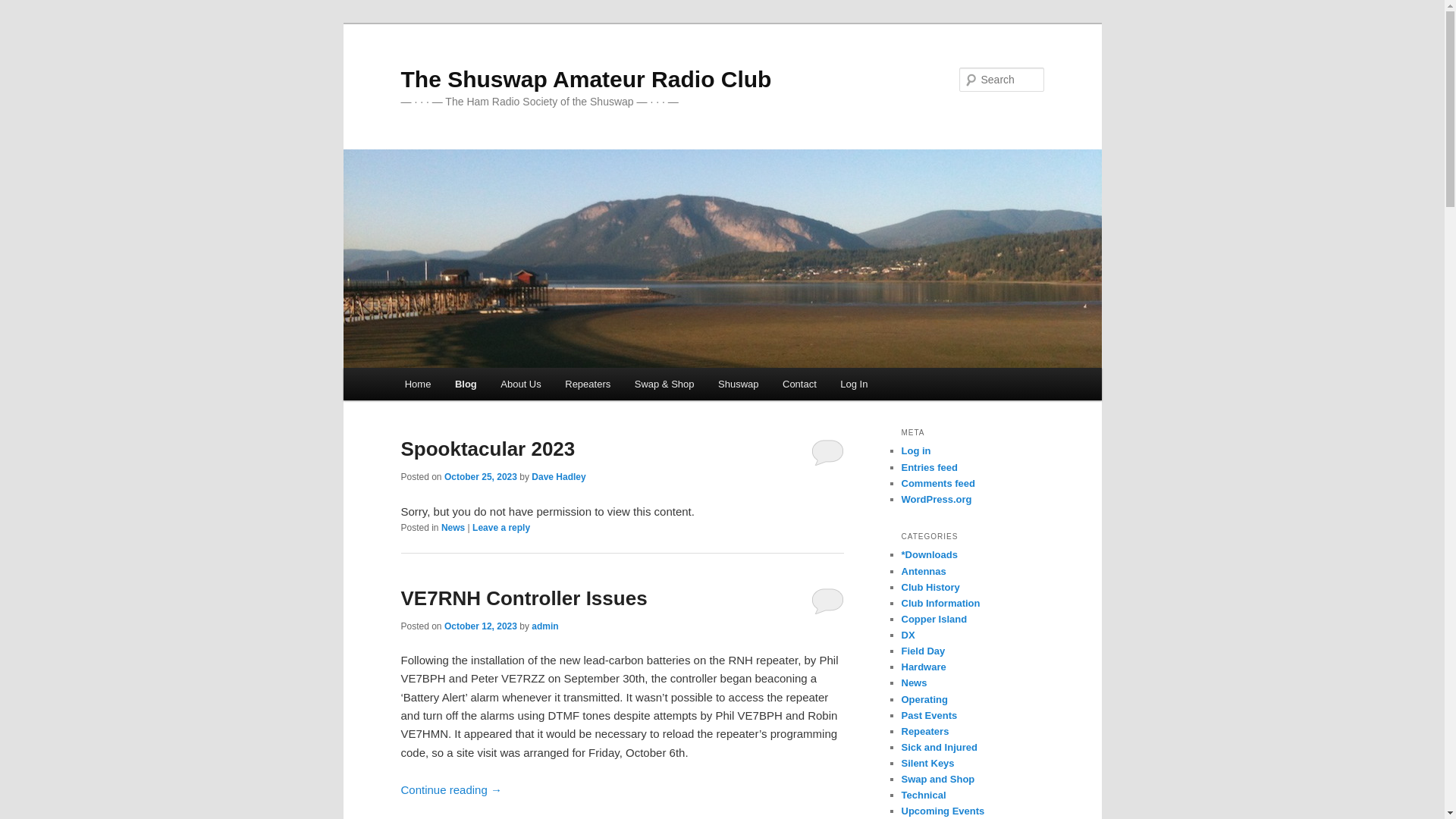 This screenshot has height=819, width=1456. What do you see at coordinates (738, 383) in the screenshot?
I see `'Shuswap'` at bounding box center [738, 383].